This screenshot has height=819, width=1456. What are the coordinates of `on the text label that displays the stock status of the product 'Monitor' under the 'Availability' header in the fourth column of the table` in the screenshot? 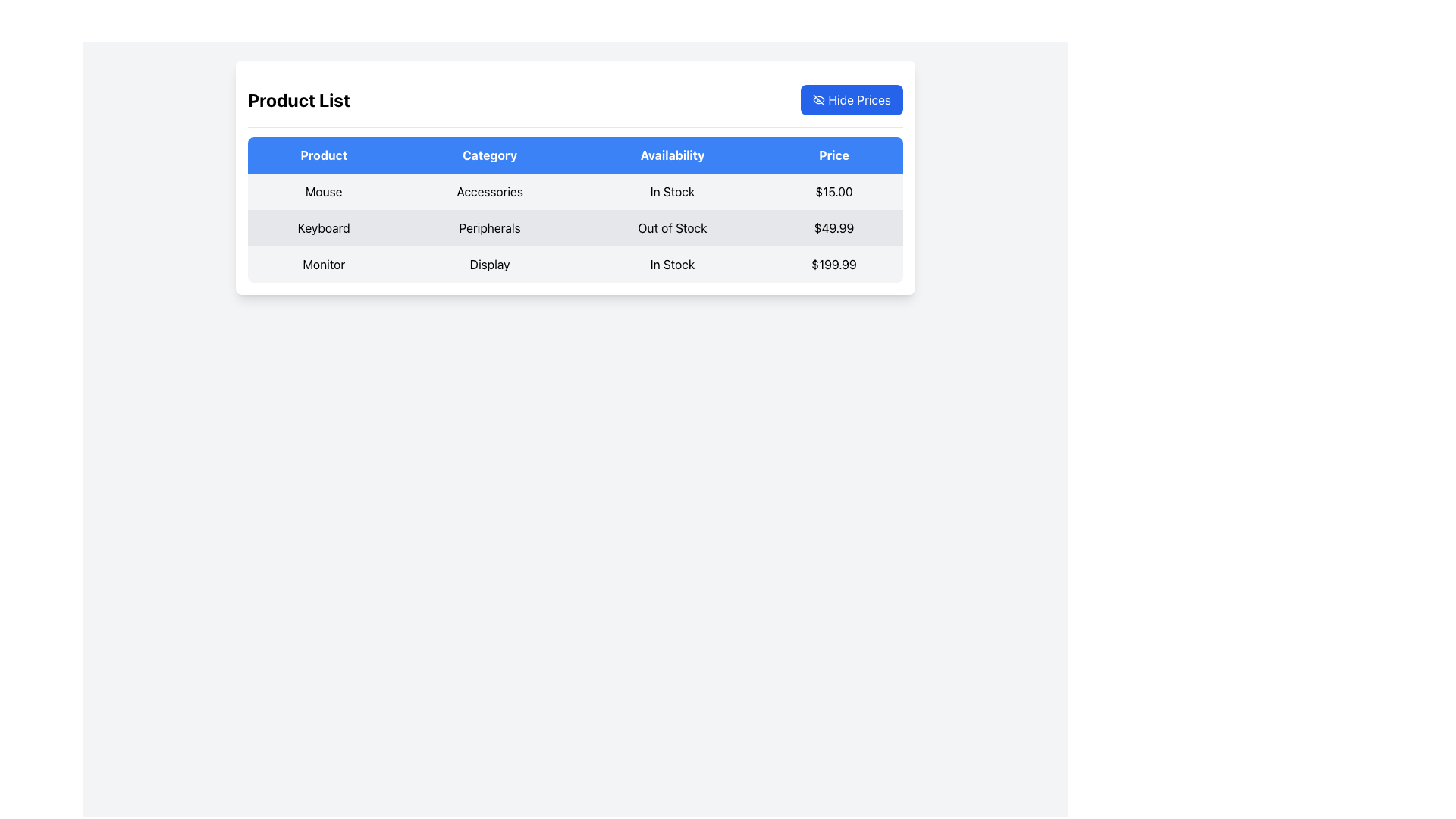 It's located at (672, 263).